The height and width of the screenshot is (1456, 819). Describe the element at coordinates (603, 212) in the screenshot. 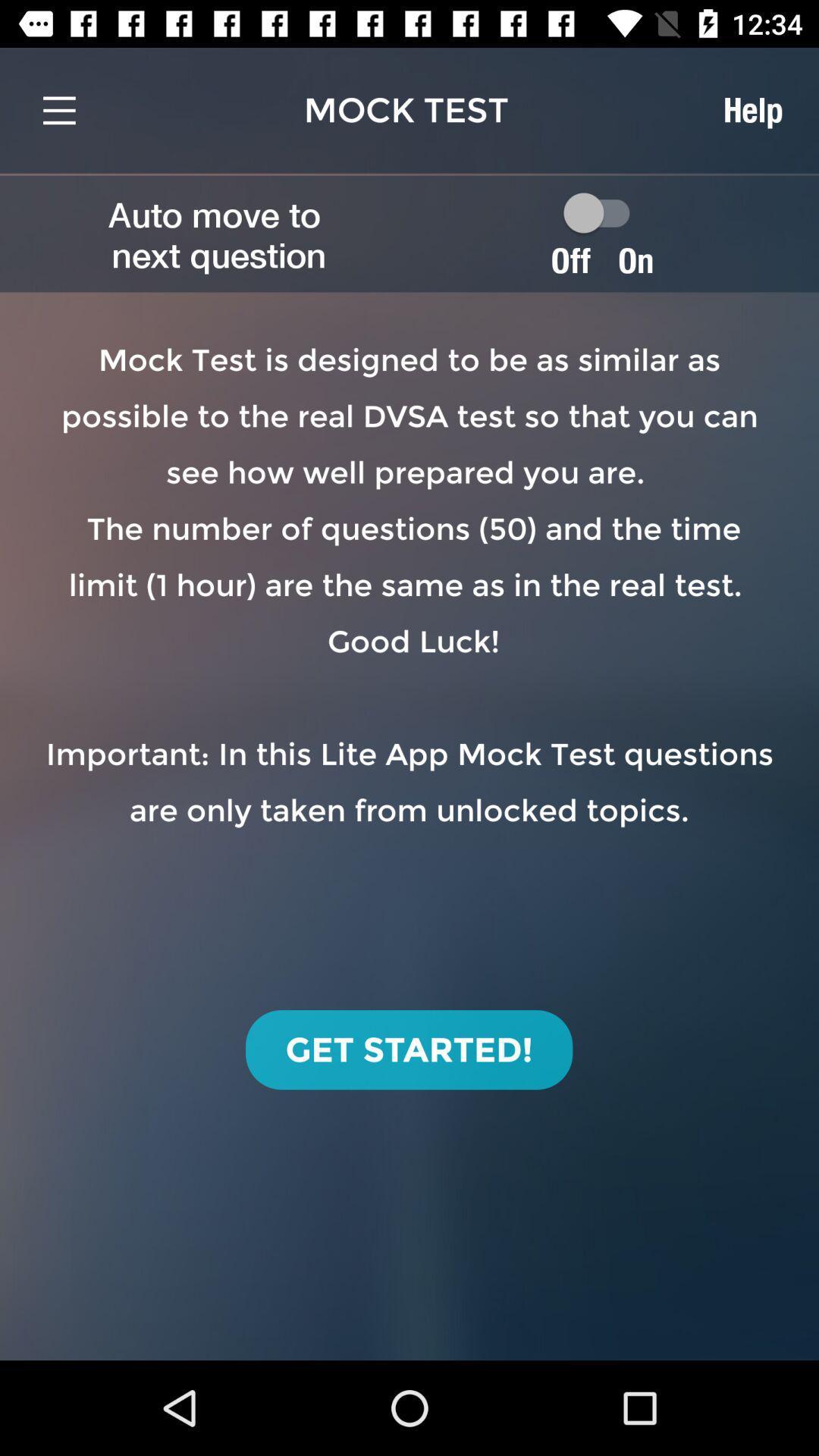

I see `switch on` at that location.